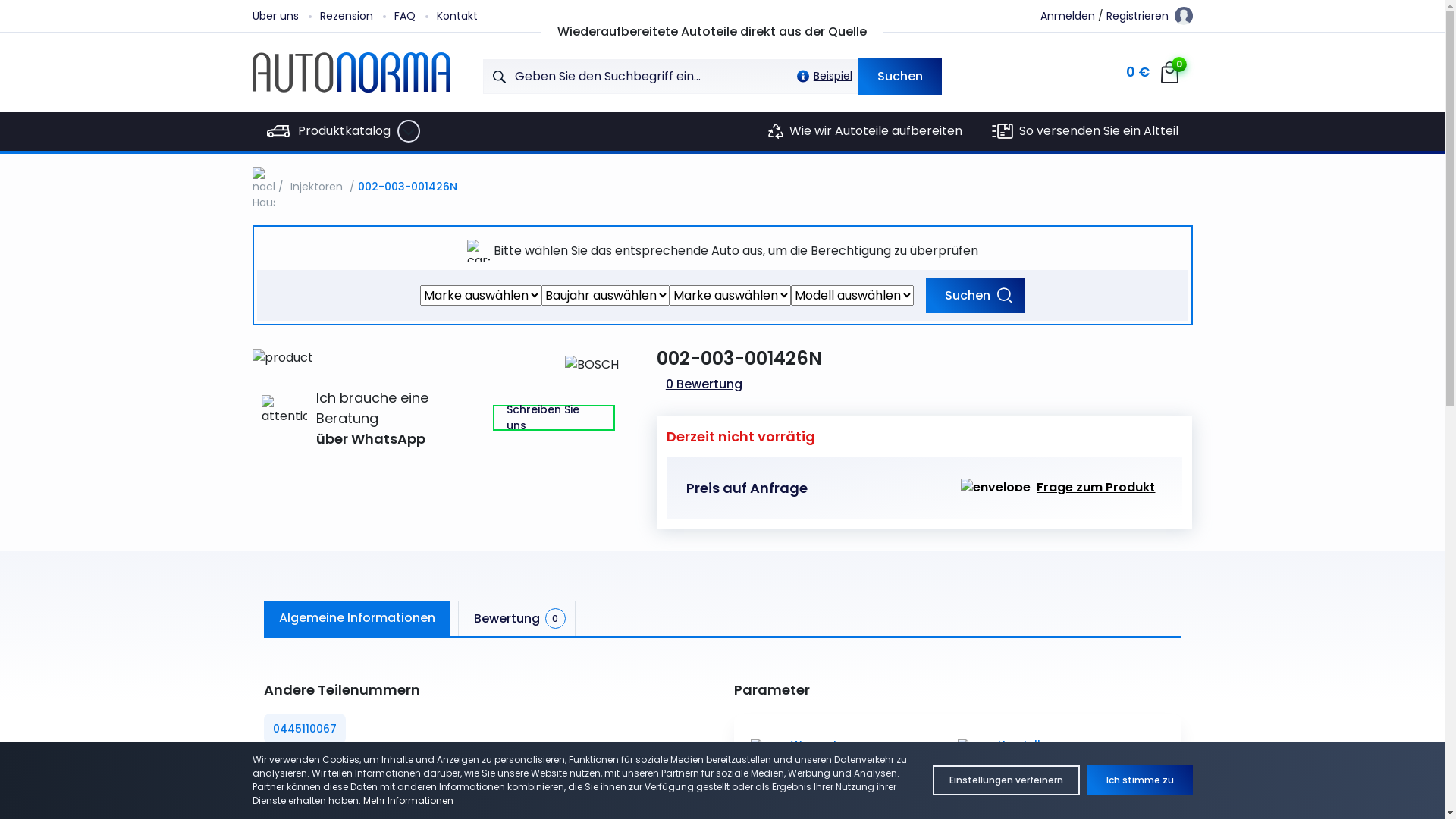  Describe the element at coordinates (1066, 15) in the screenshot. I see `'Anmelden'` at that location.